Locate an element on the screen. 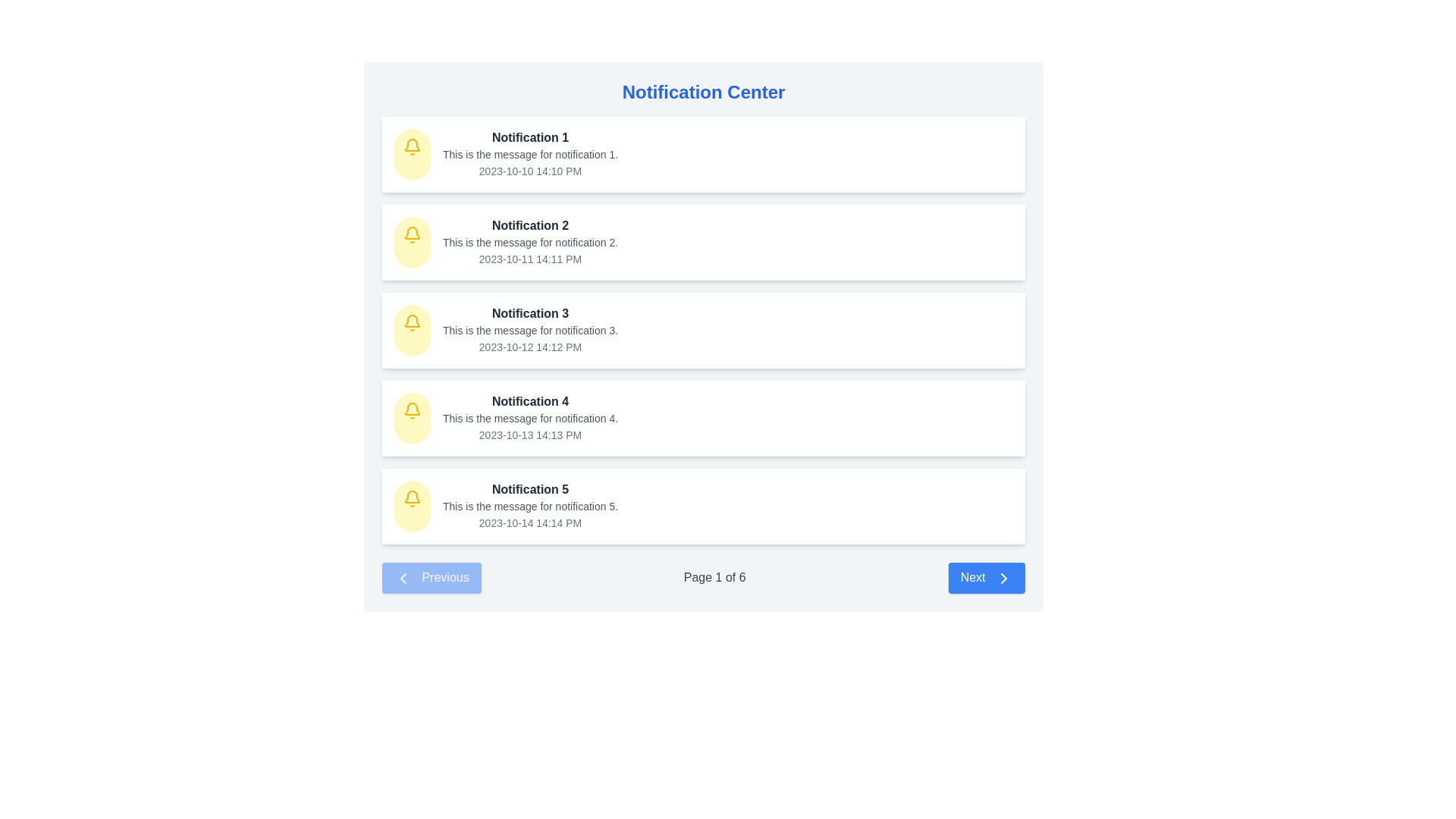  information displayed in the Notification Card located at the top of the Notification Center list is located at coordinates (702, 155).